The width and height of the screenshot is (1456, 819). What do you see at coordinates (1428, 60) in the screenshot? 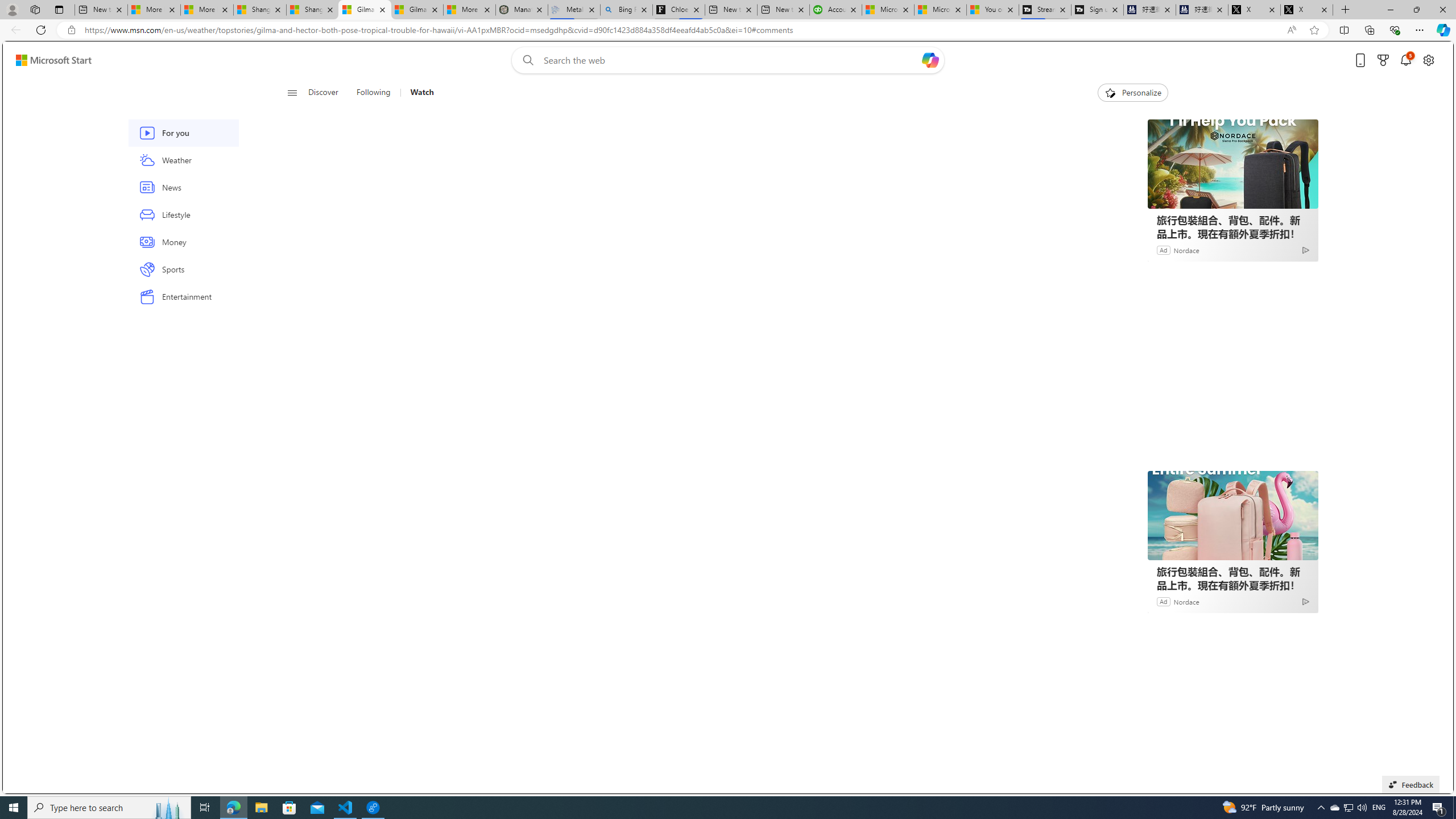
I see `'Open settings'` at bounding box center [1428, 60].